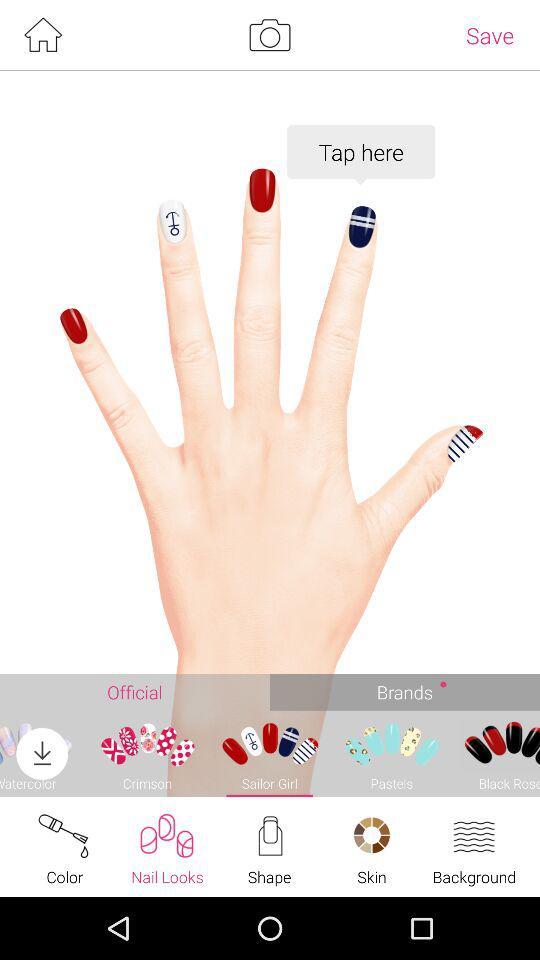 This screenshot has height=960, width=540. What do you see at coordinates (269, 36) in the screenshot?
I see `the photo icon` at bounding box center [269, 36].